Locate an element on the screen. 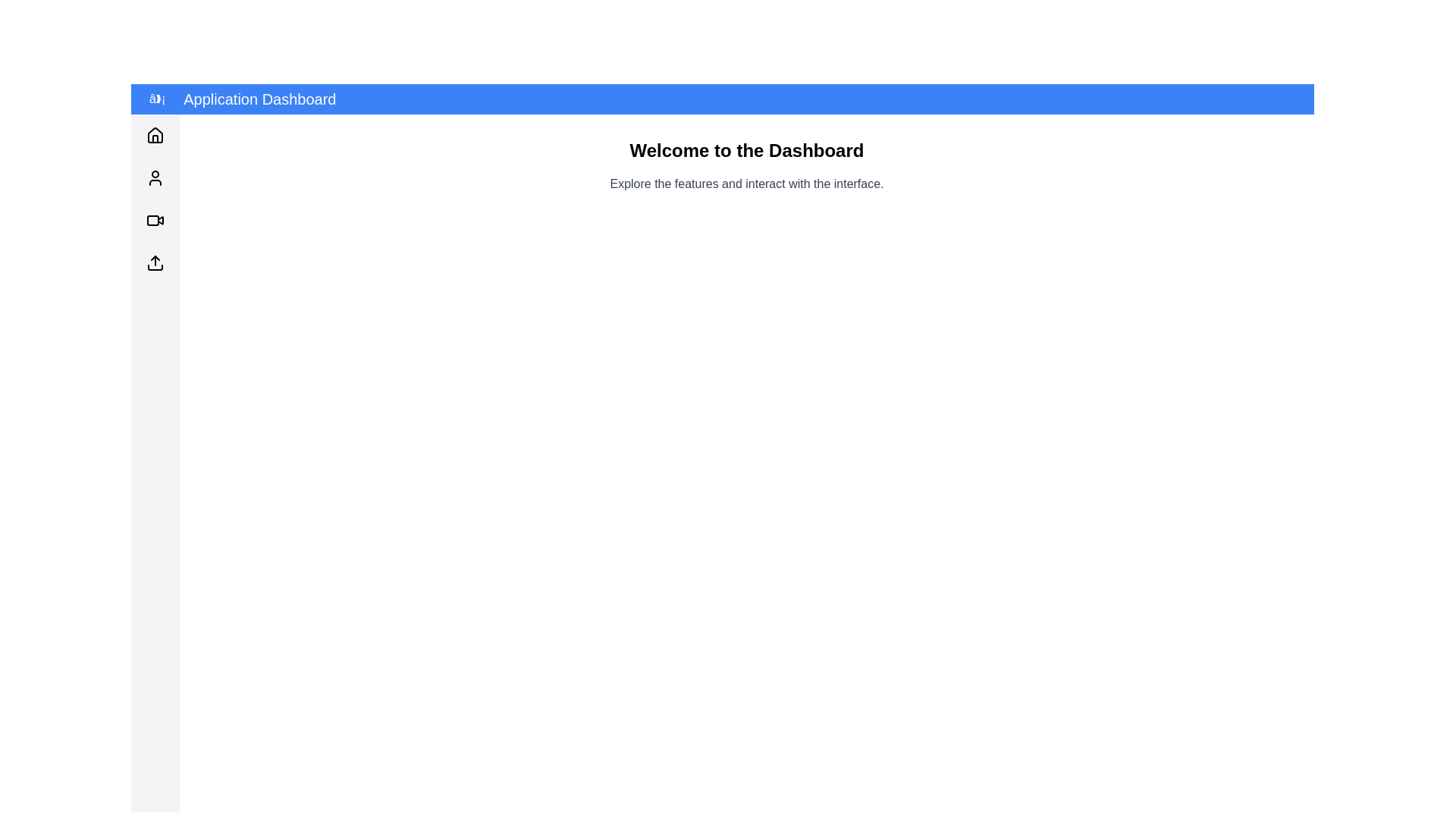 Image resolution: width=1456 pixels, height=819 pixels. the house-shaped IconButton located at the top of the vertical sidebar is located at coordinates (155, 134).